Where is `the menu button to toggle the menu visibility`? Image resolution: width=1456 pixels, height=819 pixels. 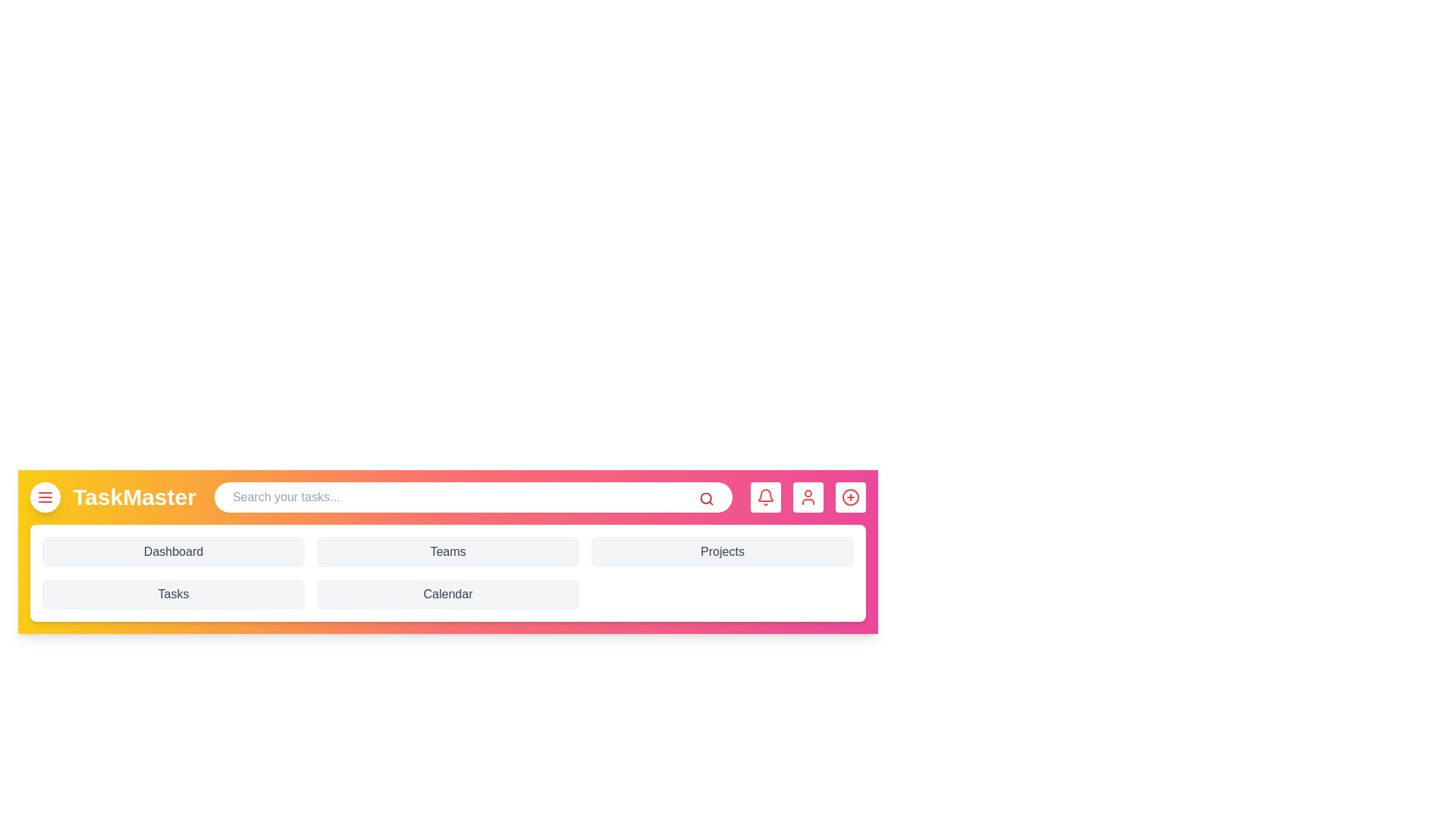
the menu button to toggle the menu visibility is located at coordinates (45, 497).